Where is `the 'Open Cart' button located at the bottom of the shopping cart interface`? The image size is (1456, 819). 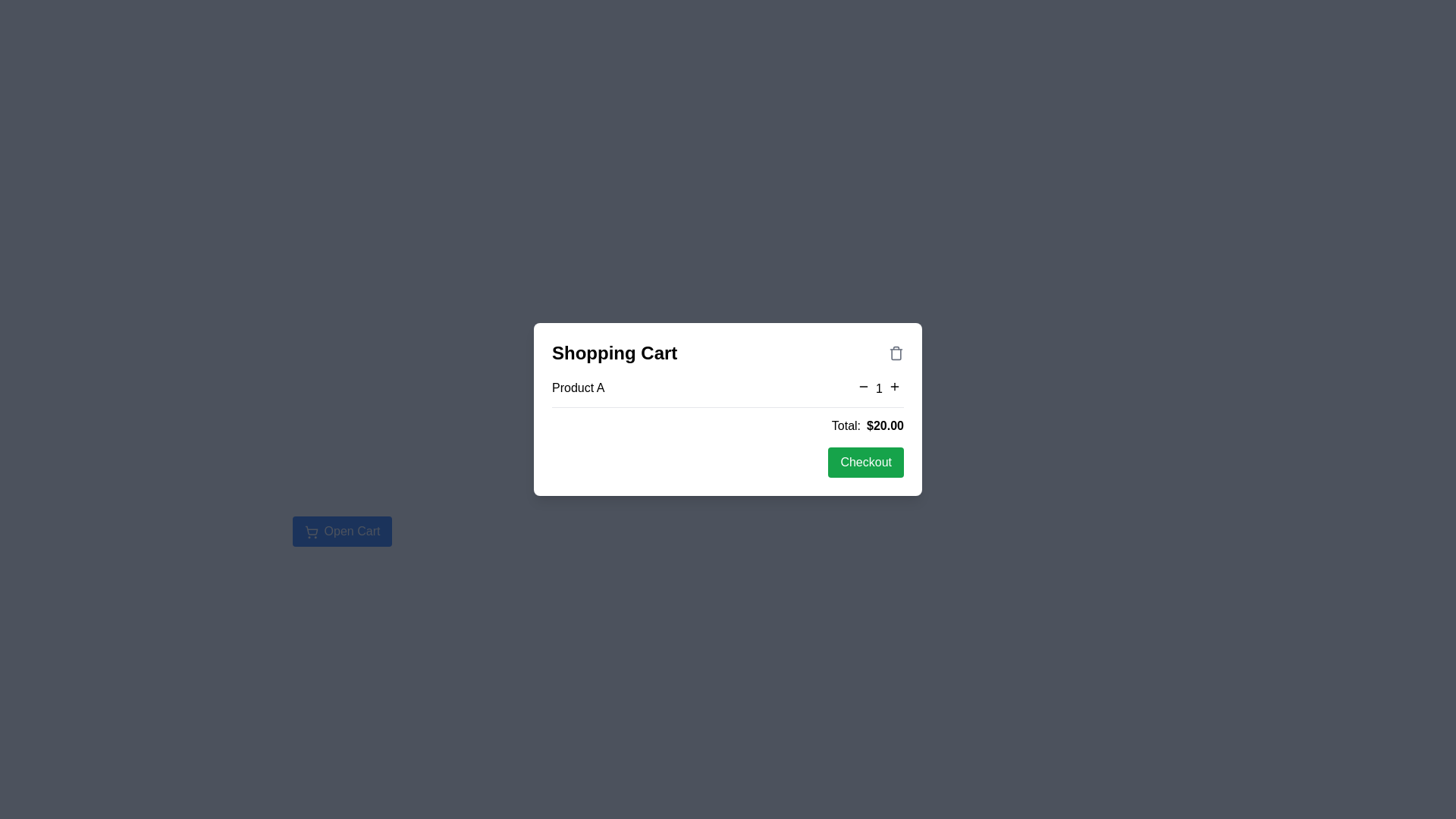
the 'Open Cart' button located at the bottom of the shopping cart interface is located at coordinates (341, 522).